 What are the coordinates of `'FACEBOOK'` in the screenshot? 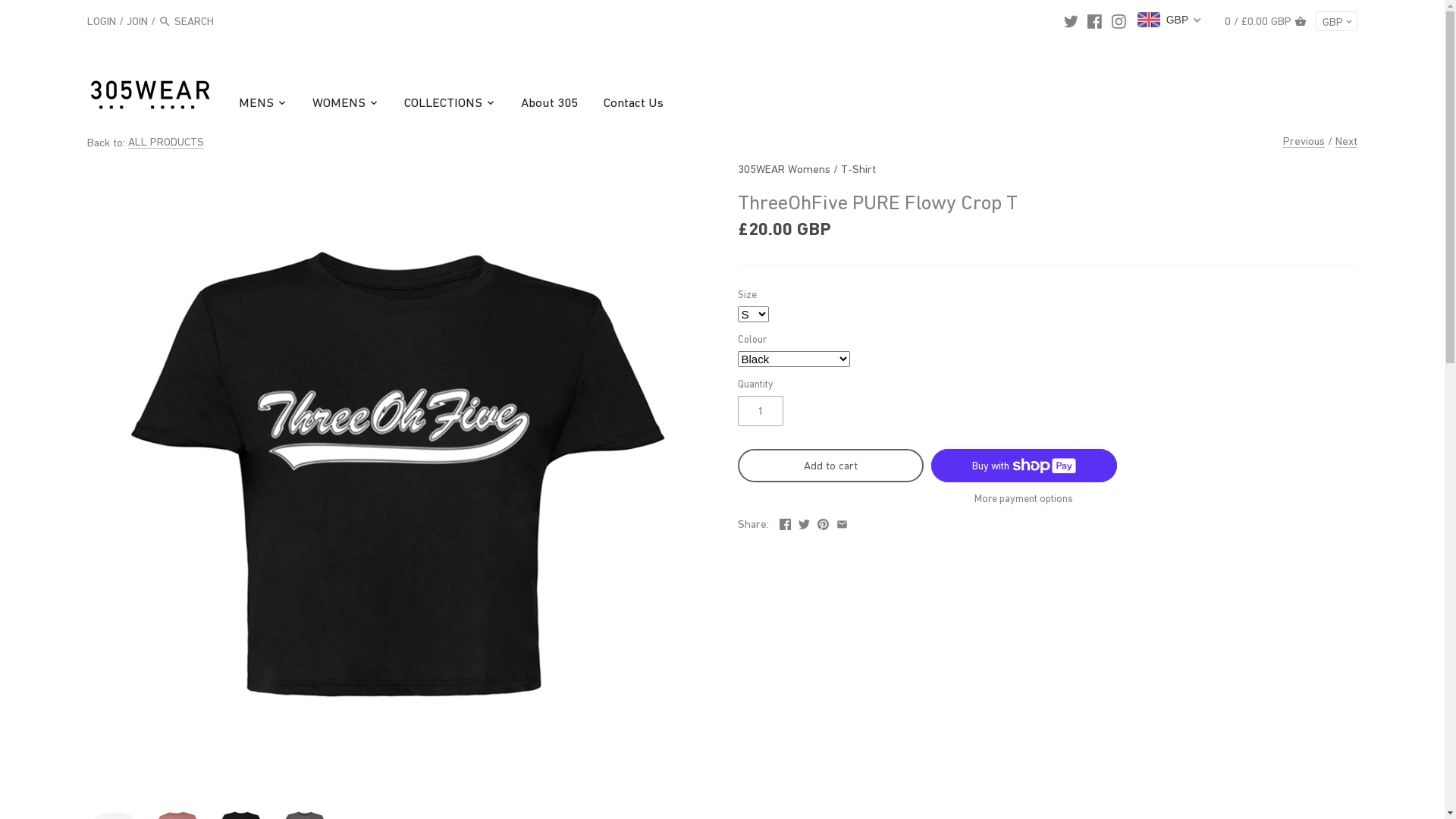 It's located at (1094, 20).